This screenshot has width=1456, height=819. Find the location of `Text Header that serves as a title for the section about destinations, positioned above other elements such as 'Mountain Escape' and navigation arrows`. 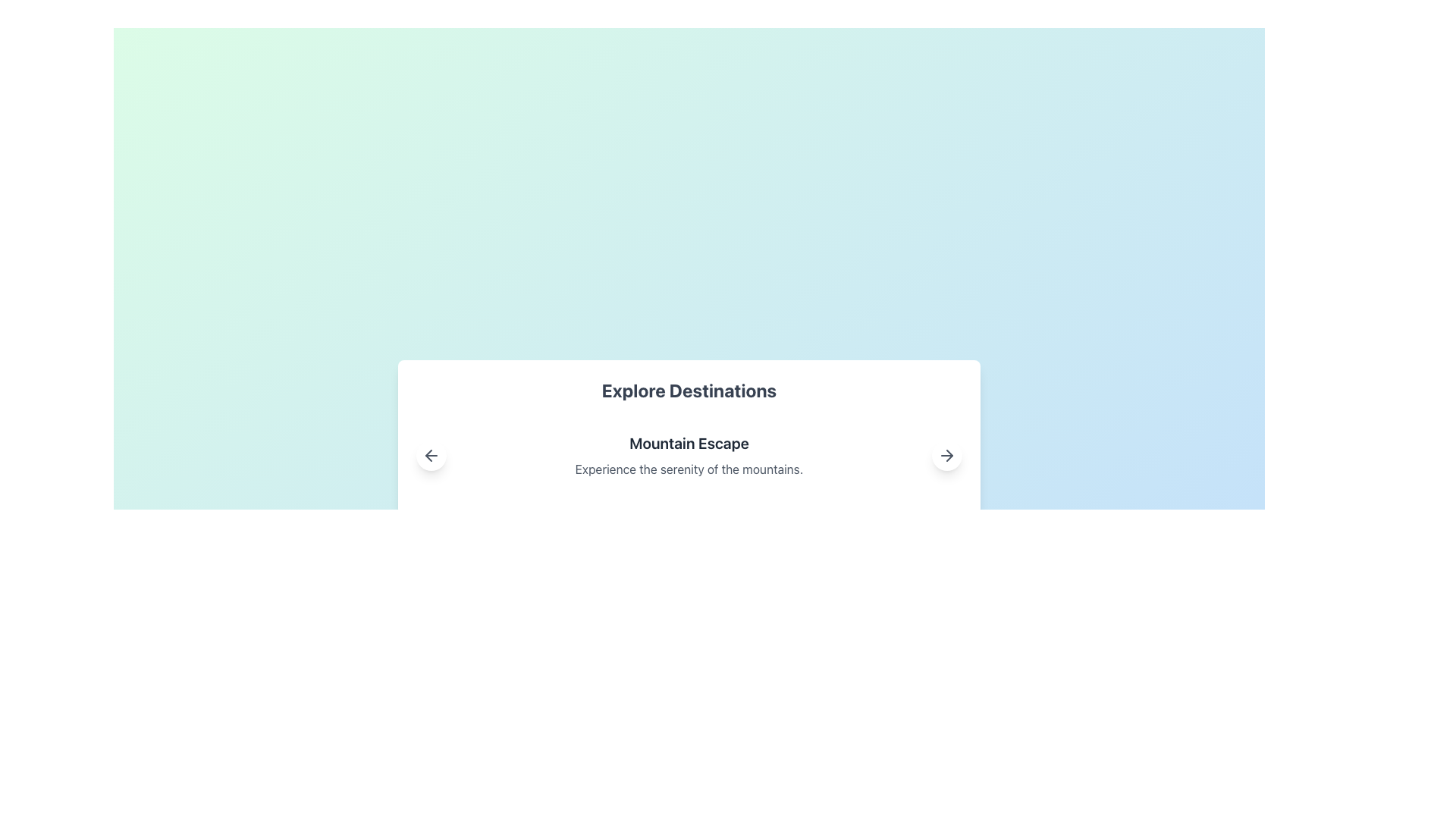

Text Header that serves as a title for the section about destinations, positioned above other elements such as 'Mountain Escape' and navigation arrows is located at coordinates (688, 390).